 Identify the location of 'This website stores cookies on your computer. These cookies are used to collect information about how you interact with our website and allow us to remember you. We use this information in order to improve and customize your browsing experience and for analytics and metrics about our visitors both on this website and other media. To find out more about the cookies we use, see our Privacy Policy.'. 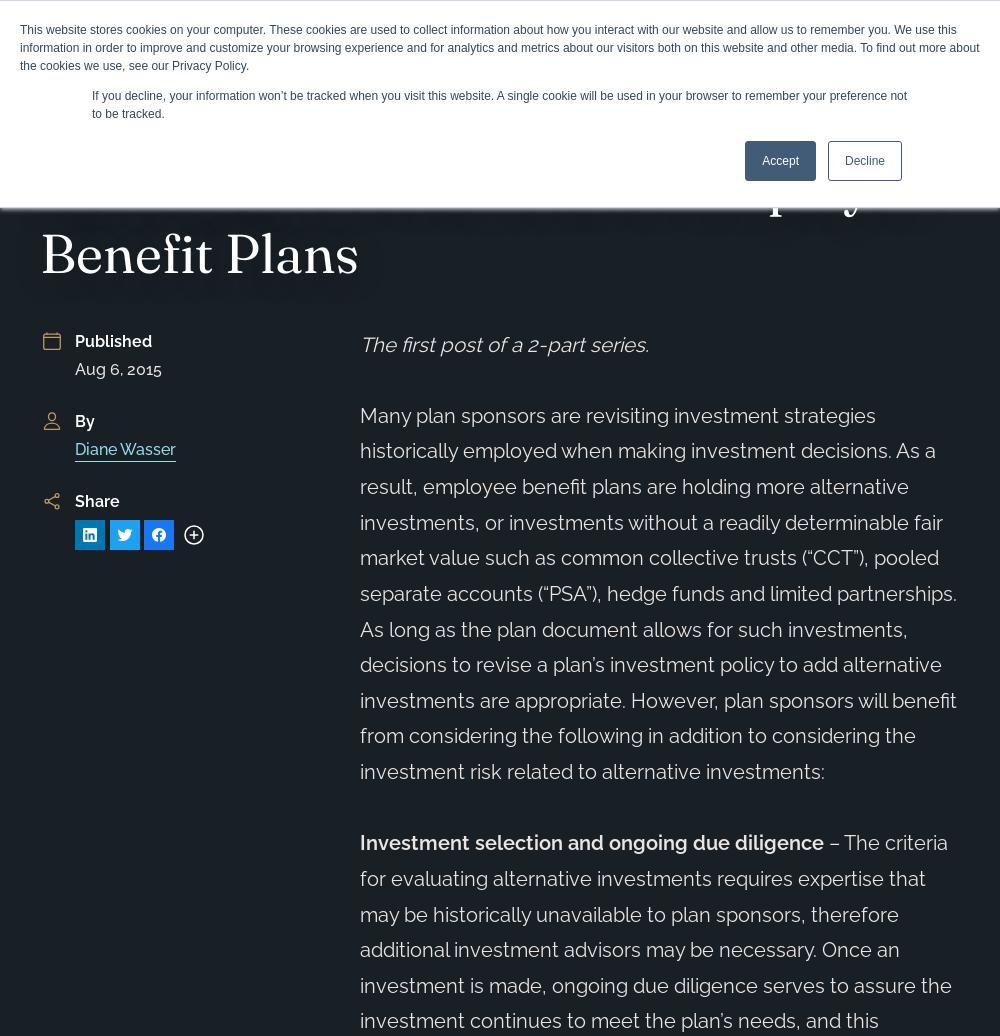
(498, 47).